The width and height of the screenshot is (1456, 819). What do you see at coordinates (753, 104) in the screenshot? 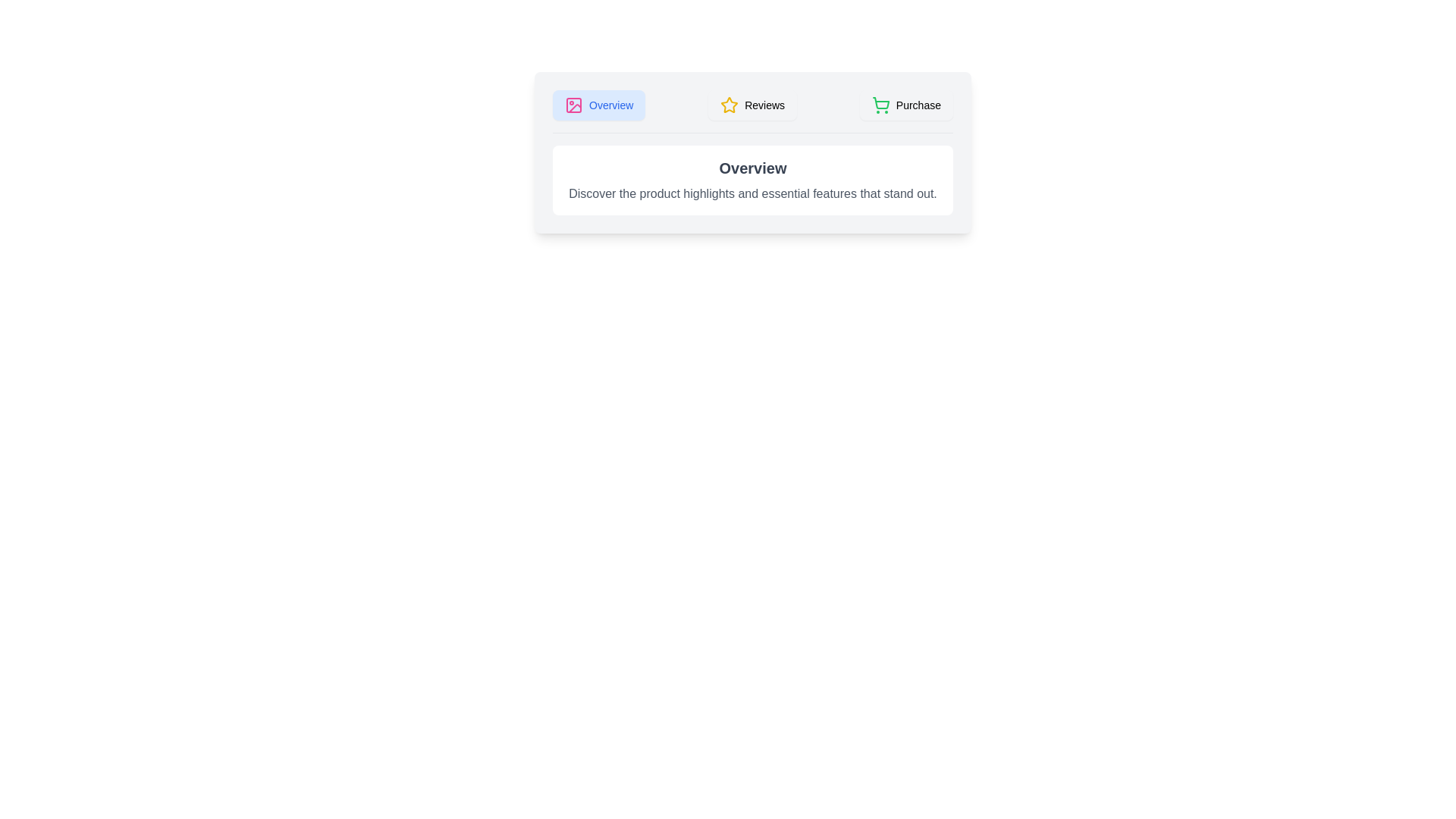
I see `the Reviews tab to view its content` at bounding box center [753, 104].